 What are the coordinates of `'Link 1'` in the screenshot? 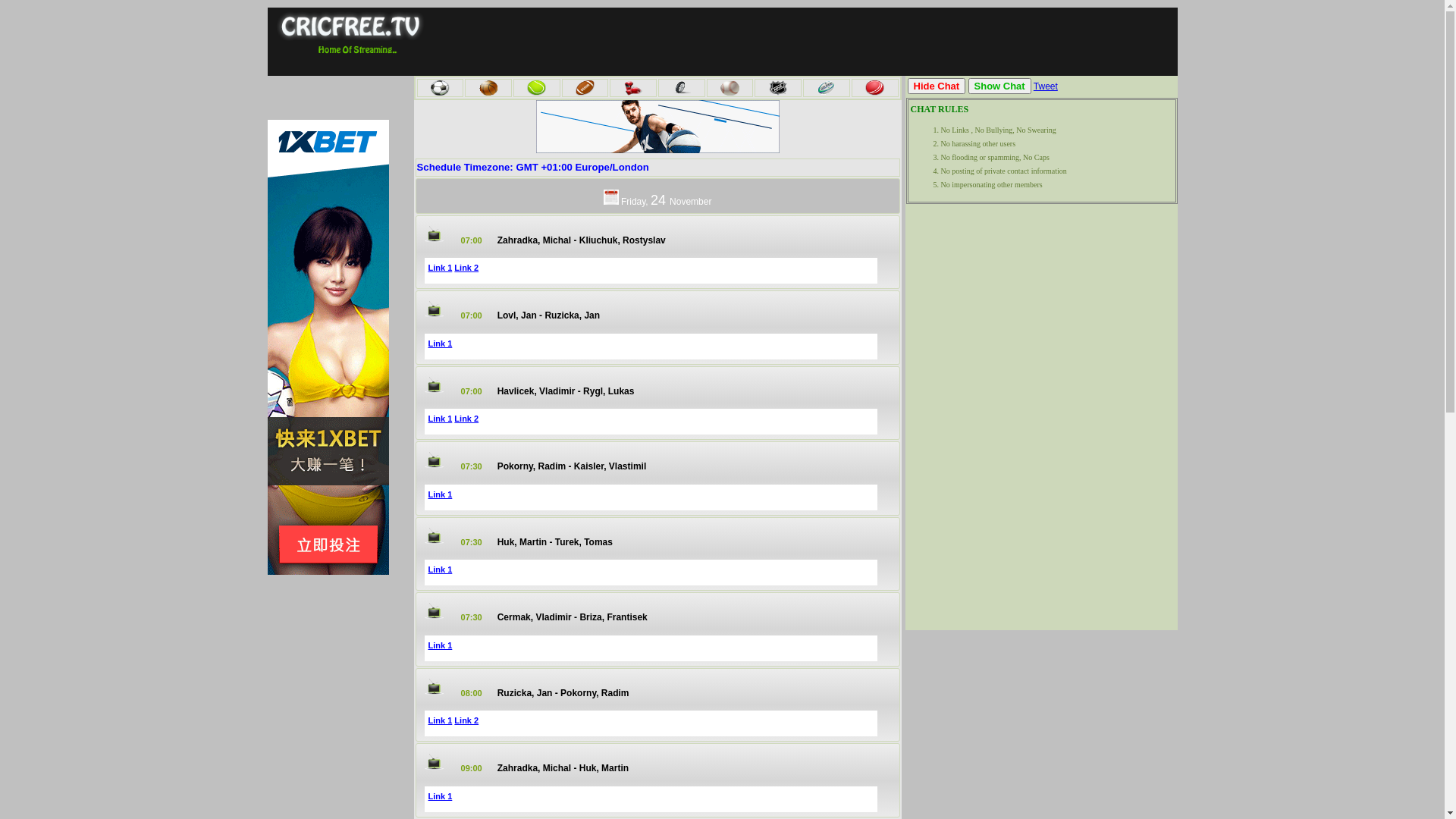 It's located at (439, 795).